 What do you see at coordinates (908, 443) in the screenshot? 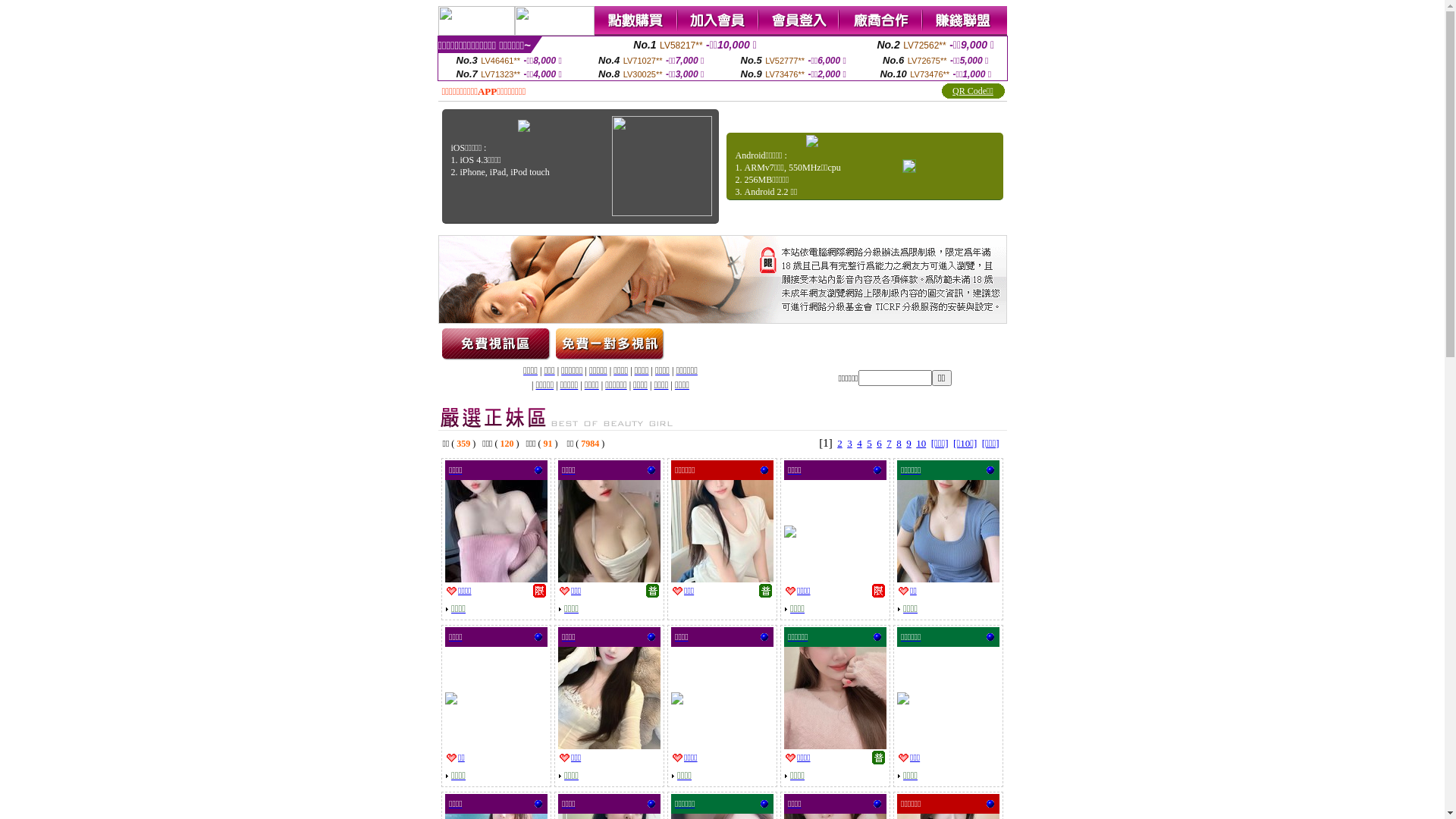
I see `'9'` at bounding box center [908, 443].